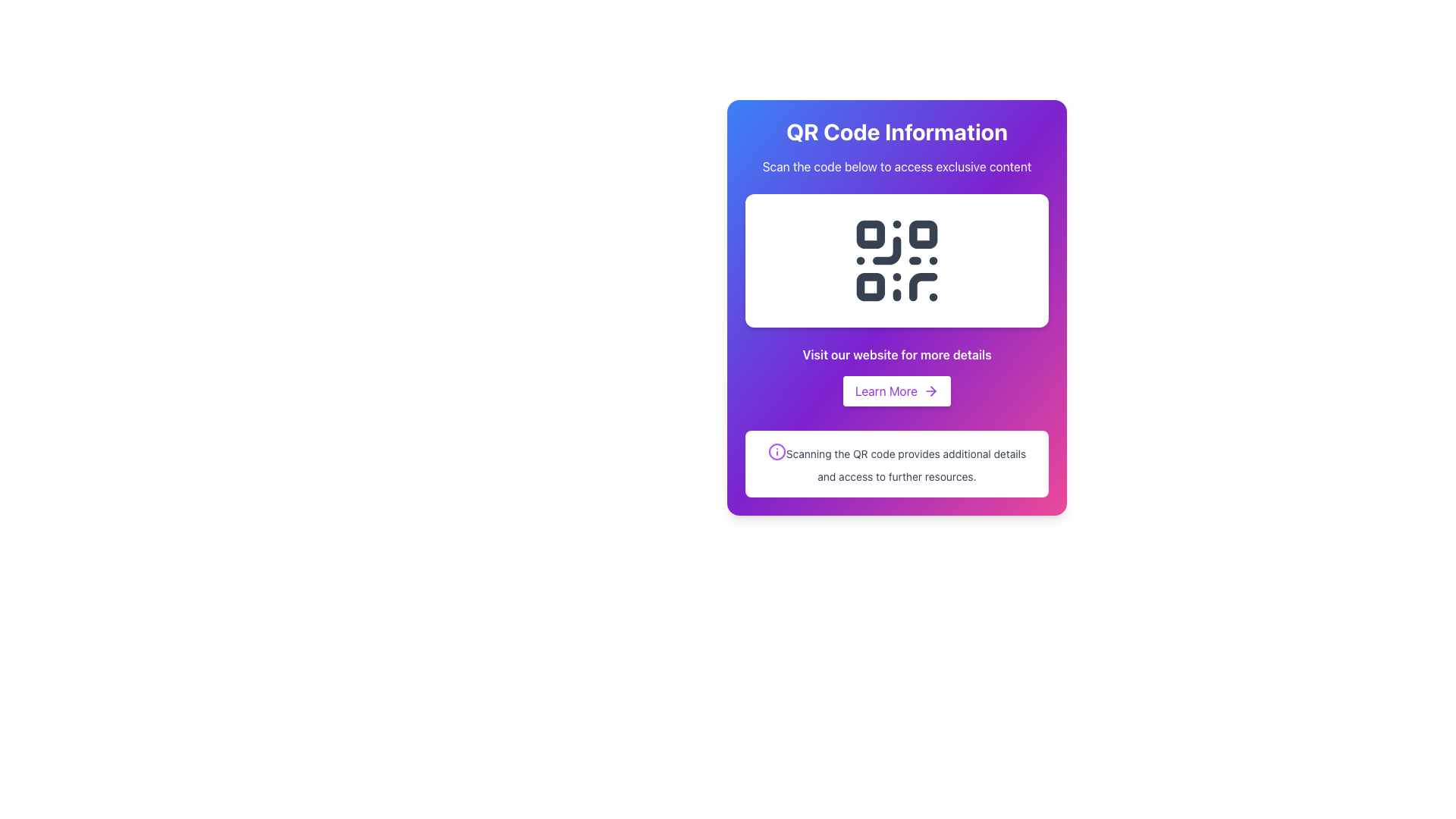 This screenshot has width=1456, height=819. What do you see at coordinates (896, 354) in the screenshot?
I see `the text label that reads 'Visit our website for more details', which is centrally positioned below the QR code graphic in a modal interface` at bounding box center [896, 354].